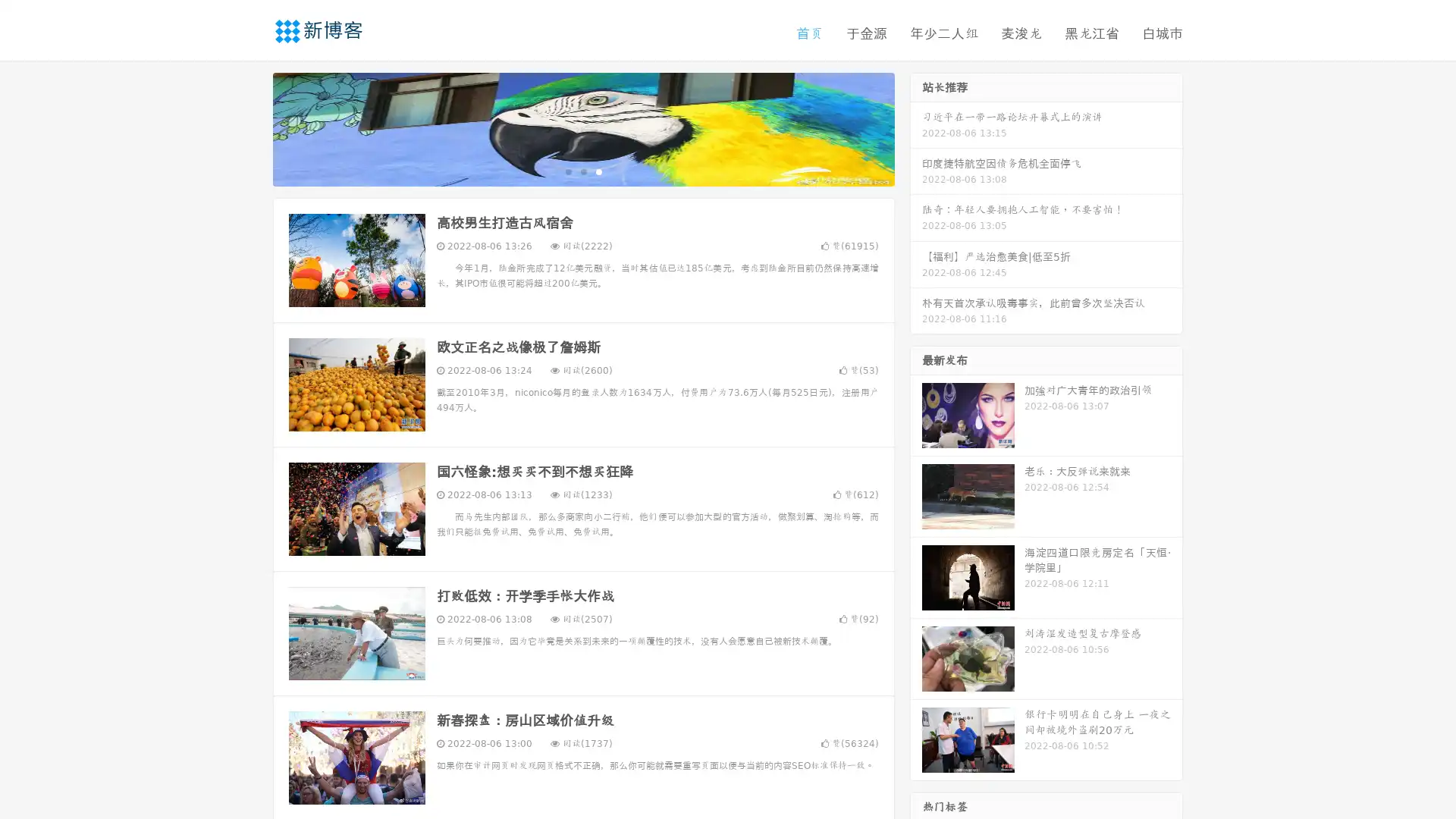 This screenshot has width=1456, height=819. I want to click on Go to slide 1, so click(567, 171).